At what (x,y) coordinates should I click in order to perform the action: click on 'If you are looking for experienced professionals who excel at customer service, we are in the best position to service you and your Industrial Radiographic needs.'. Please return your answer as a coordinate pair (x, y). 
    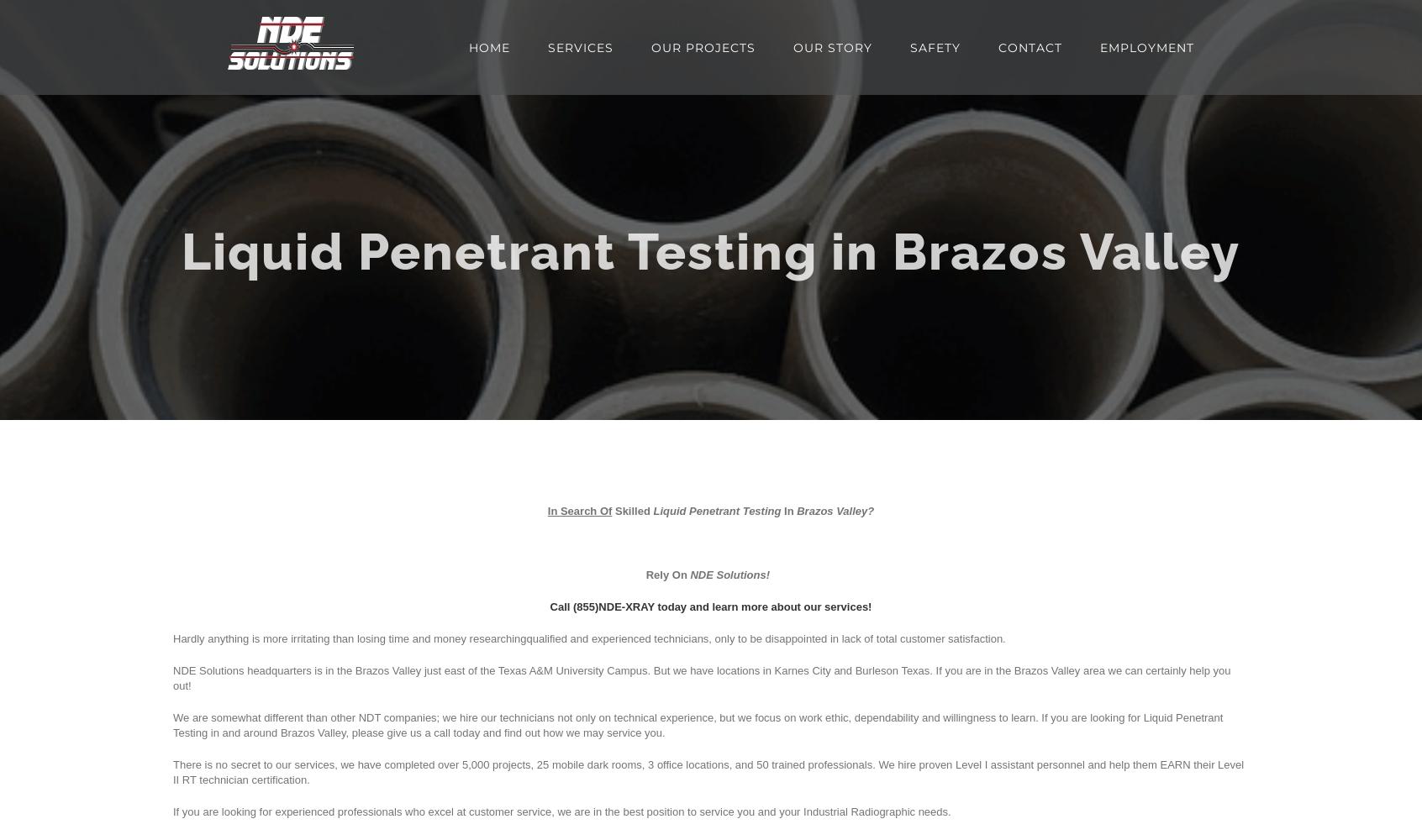
    Looking at the image, I should click on (561, 811).